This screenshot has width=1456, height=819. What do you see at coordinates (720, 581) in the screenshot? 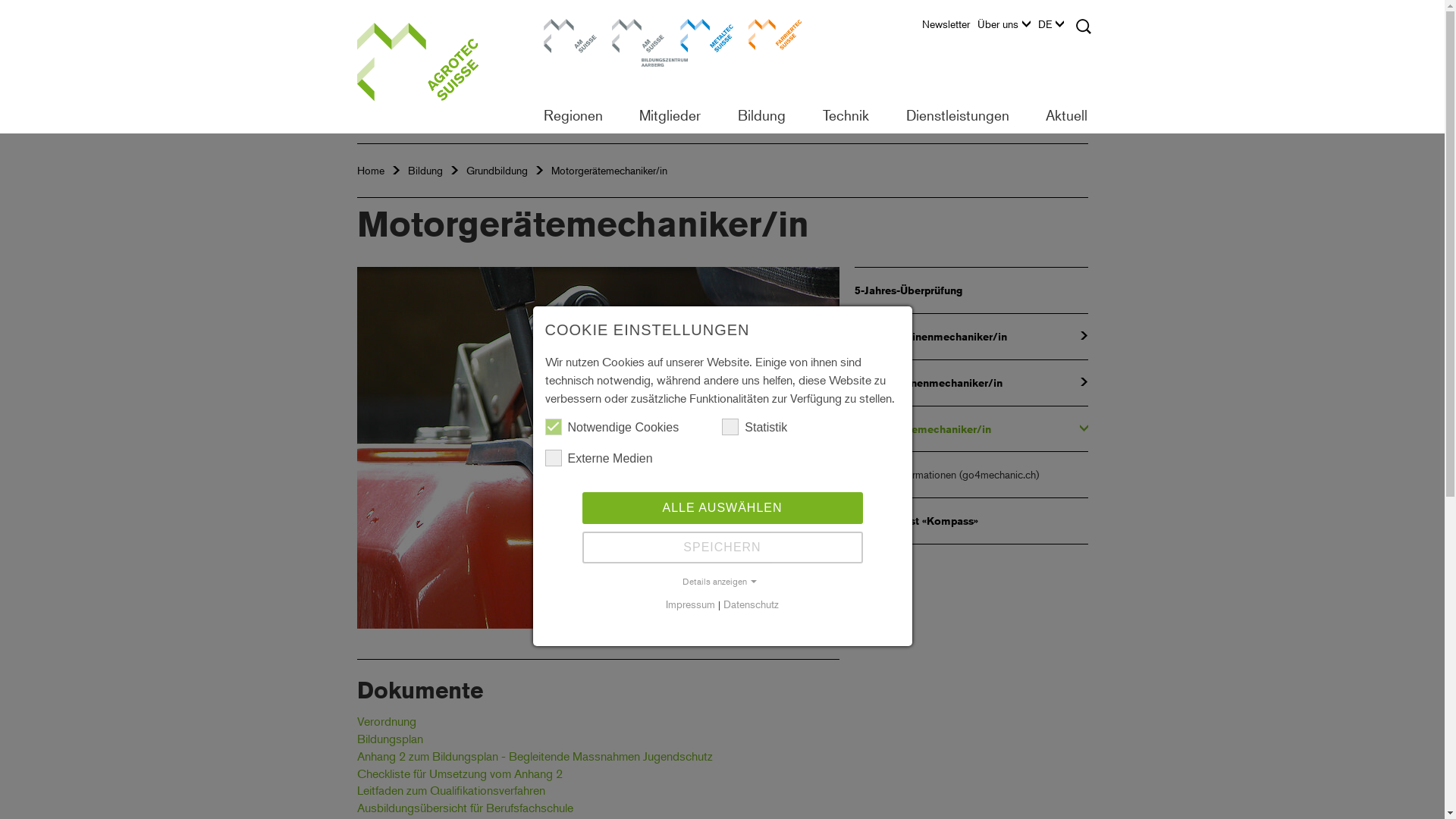
I see `'Details anzeigen'` at bounding box center [720, 581].